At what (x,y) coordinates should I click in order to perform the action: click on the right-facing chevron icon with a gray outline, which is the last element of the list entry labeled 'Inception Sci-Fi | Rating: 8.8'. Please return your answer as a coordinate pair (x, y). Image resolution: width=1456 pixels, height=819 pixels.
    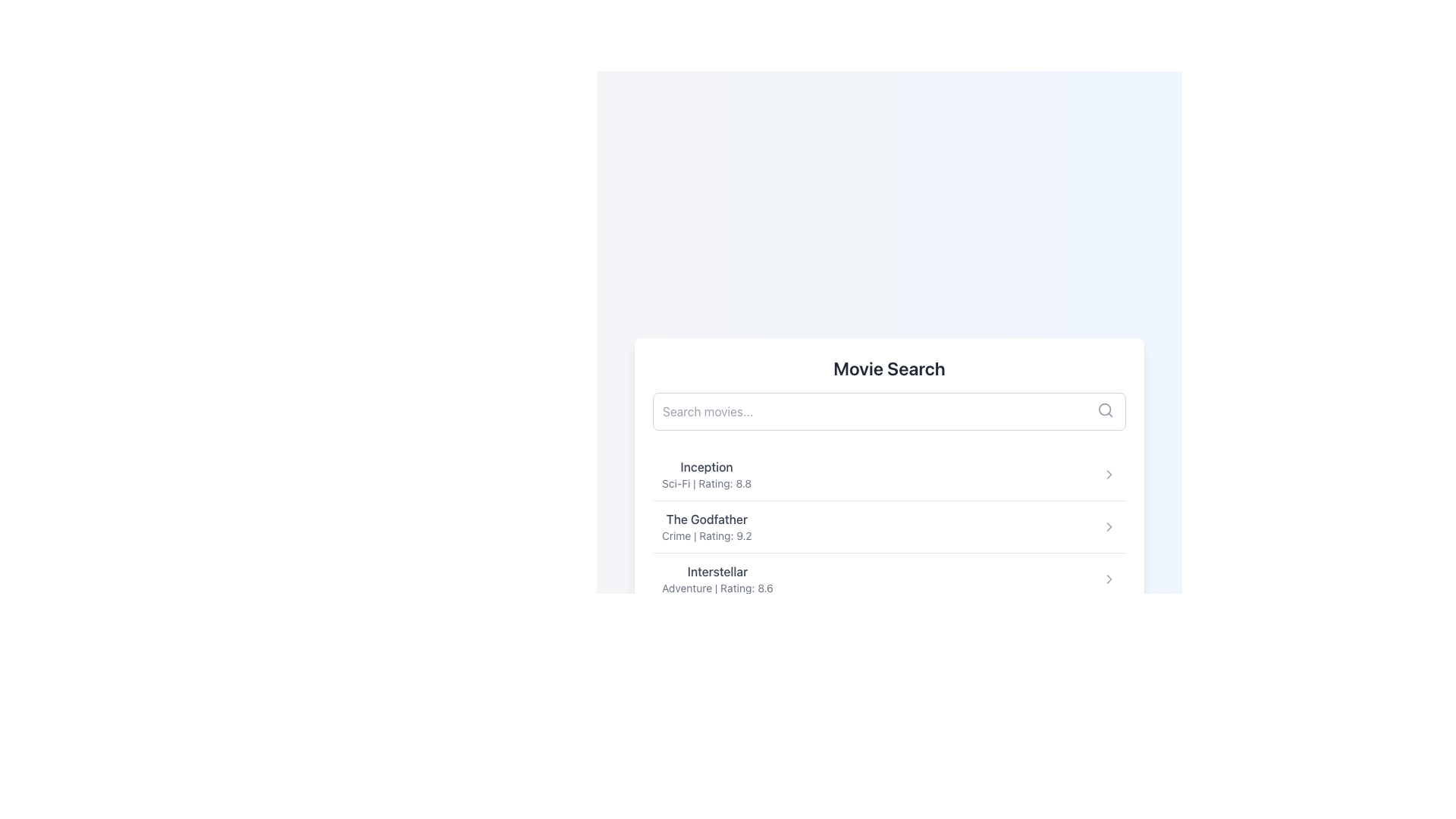
    Looking at the image, I should click on (1109, 473).